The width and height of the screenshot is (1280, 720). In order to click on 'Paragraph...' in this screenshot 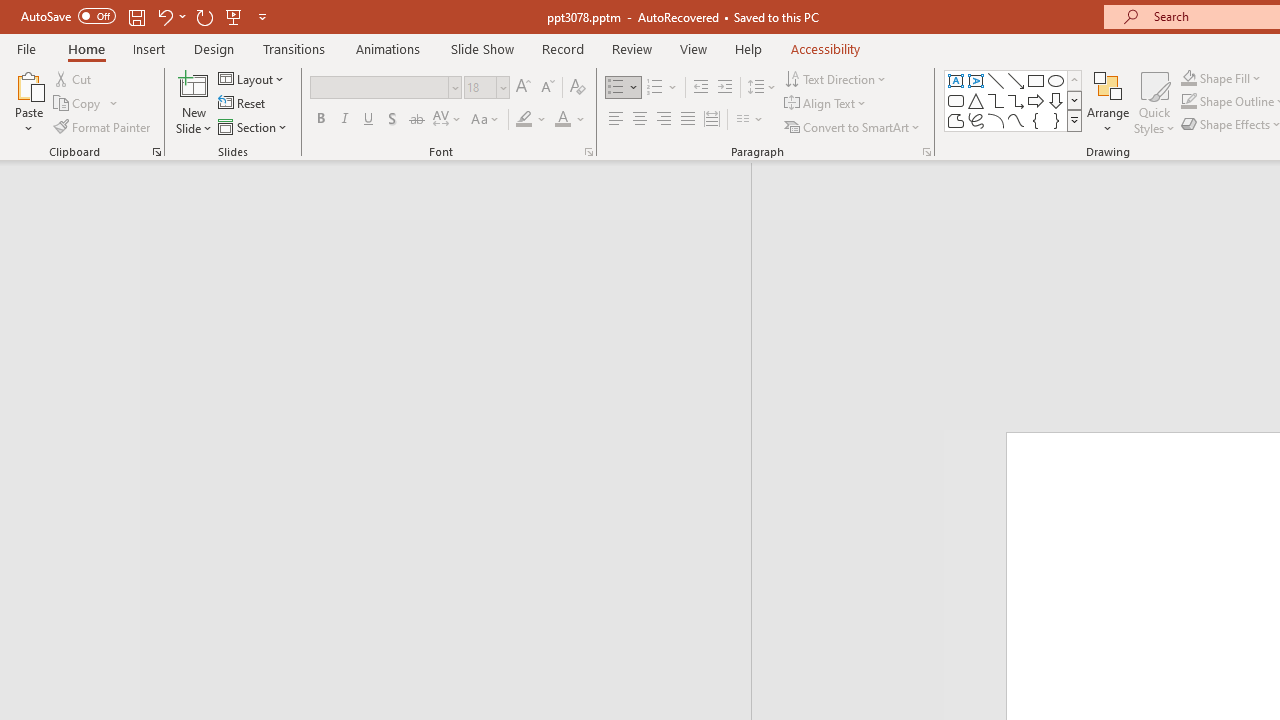, I will do `click(925, 150)`.